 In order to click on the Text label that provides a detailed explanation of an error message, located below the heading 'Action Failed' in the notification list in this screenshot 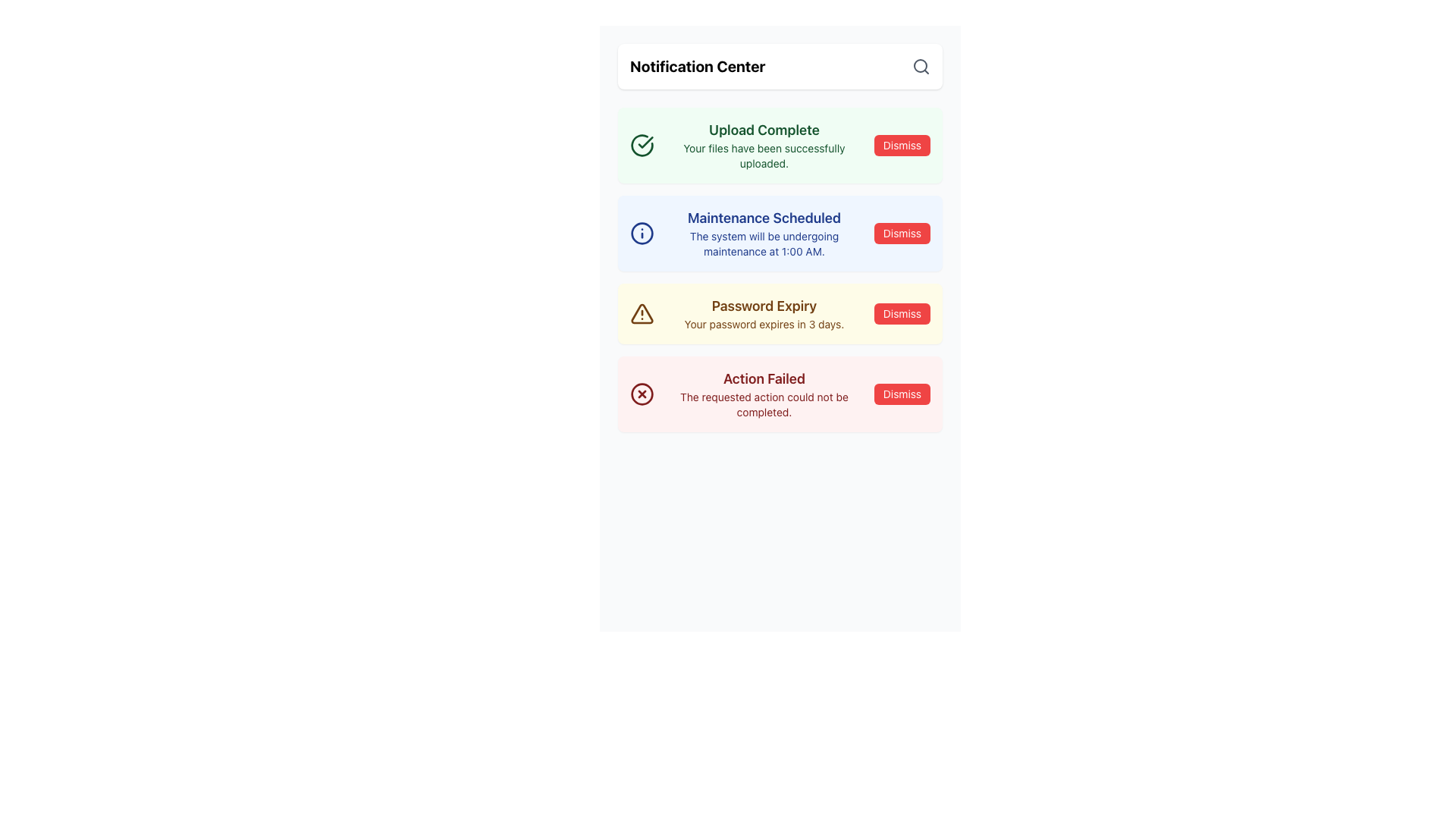, I will do `click(764, 403)`.